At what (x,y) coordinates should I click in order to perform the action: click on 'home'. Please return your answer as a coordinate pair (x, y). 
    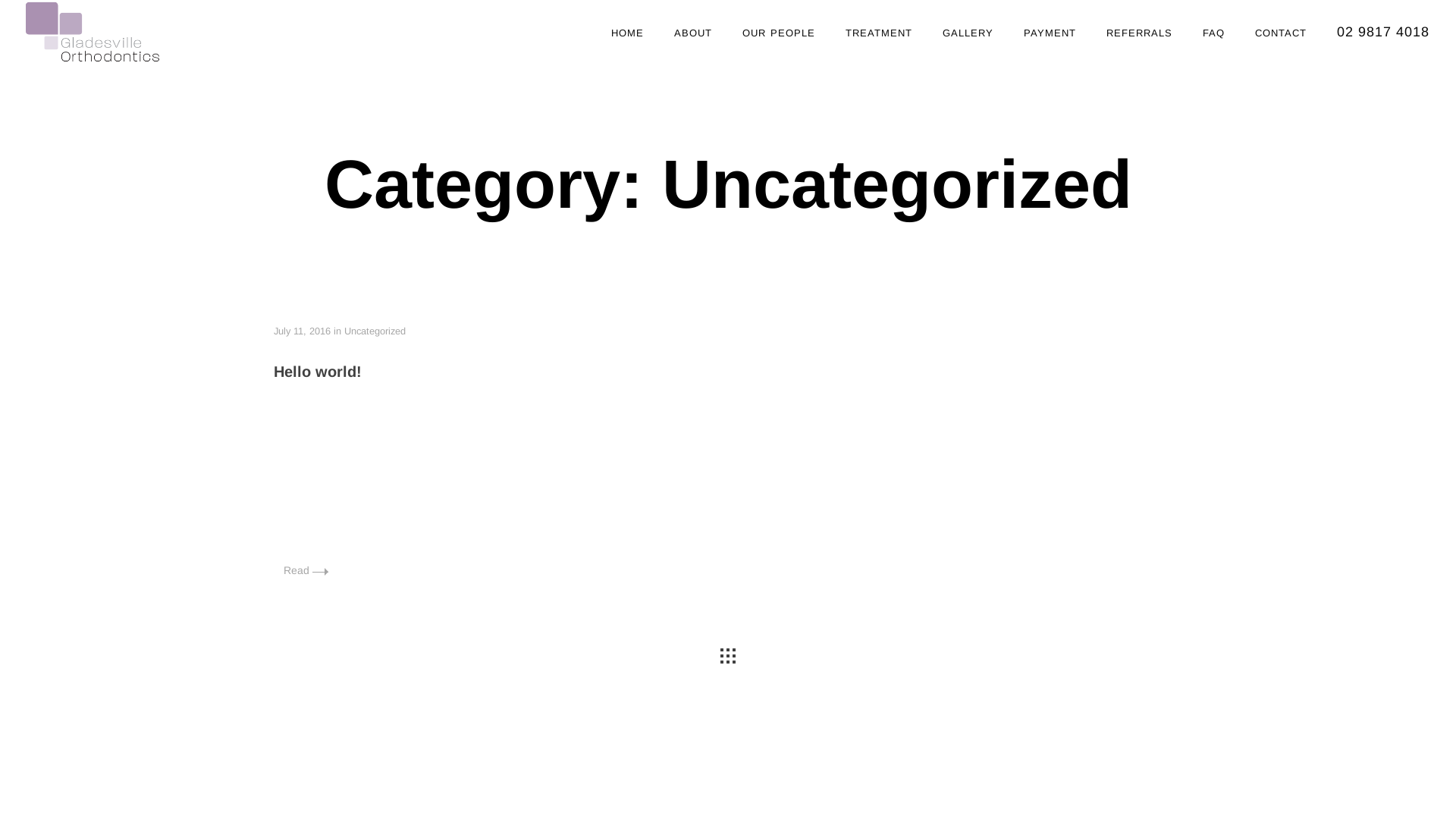
    Looking at the image, I should click on (595, 32).